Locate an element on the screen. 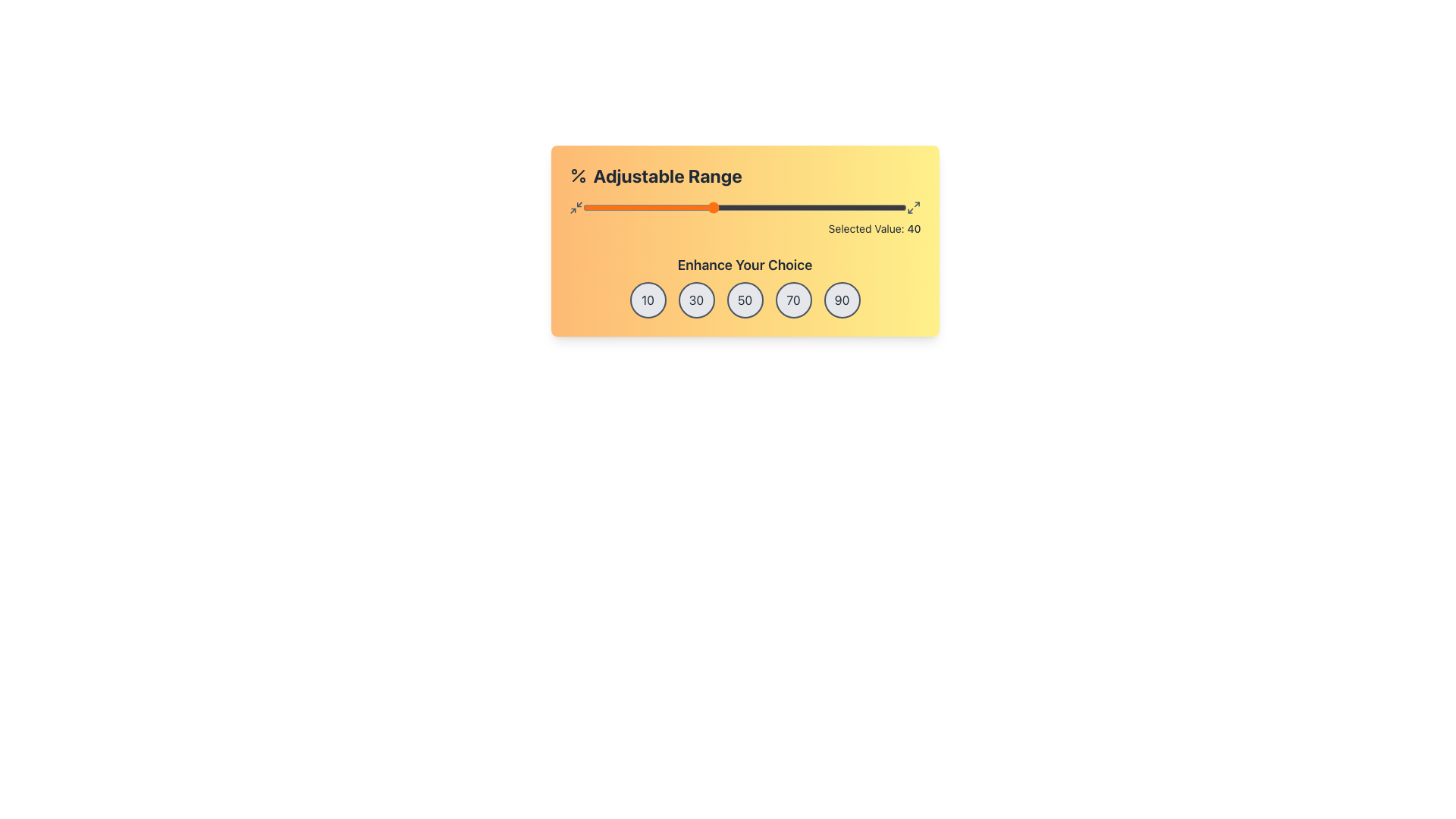 The image size is (1456, 819). the percentage is located at coordinates (880, 207).